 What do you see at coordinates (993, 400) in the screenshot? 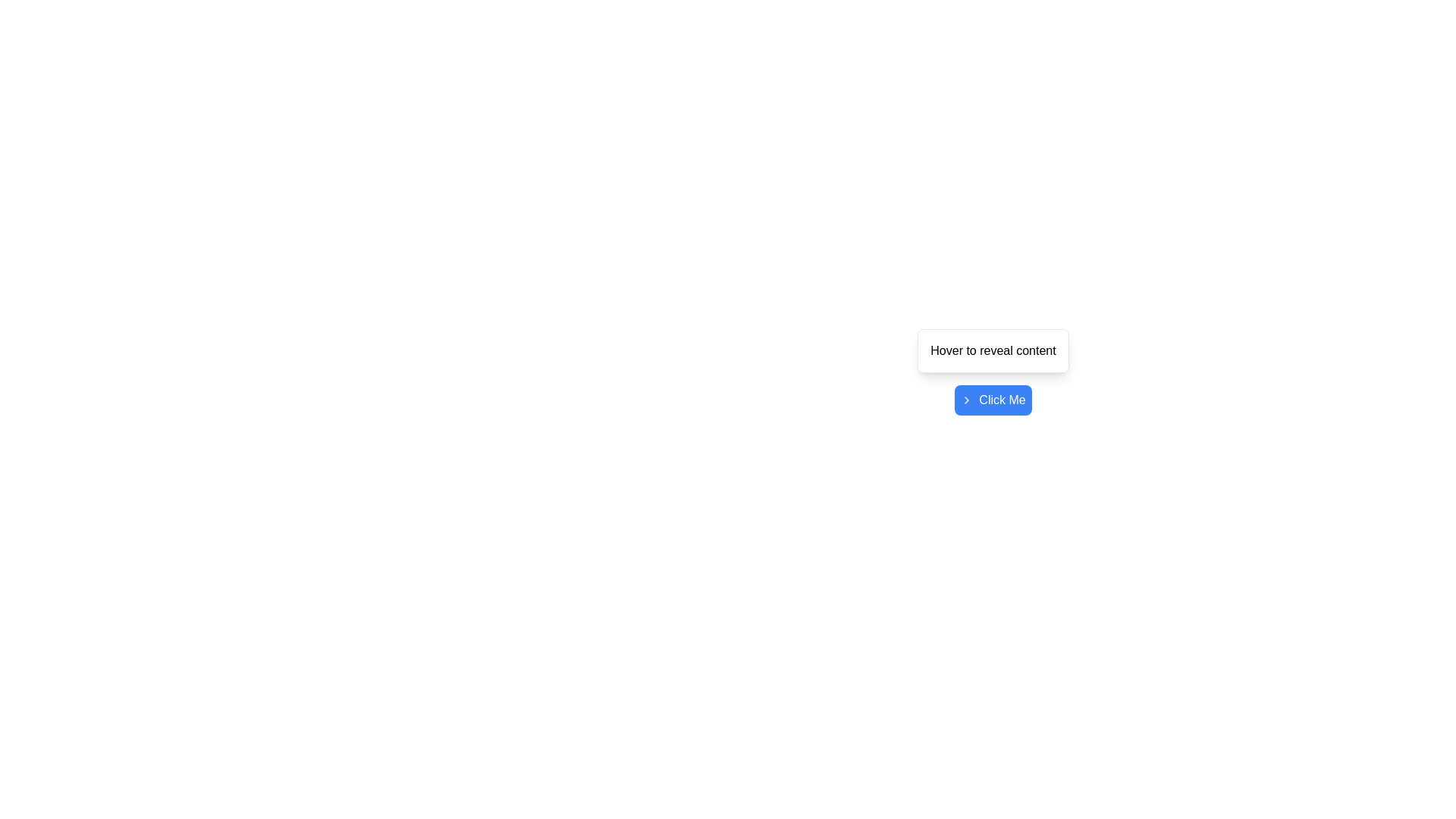
I see `the button located below the 'Hover` at bounding box center [993, 400].